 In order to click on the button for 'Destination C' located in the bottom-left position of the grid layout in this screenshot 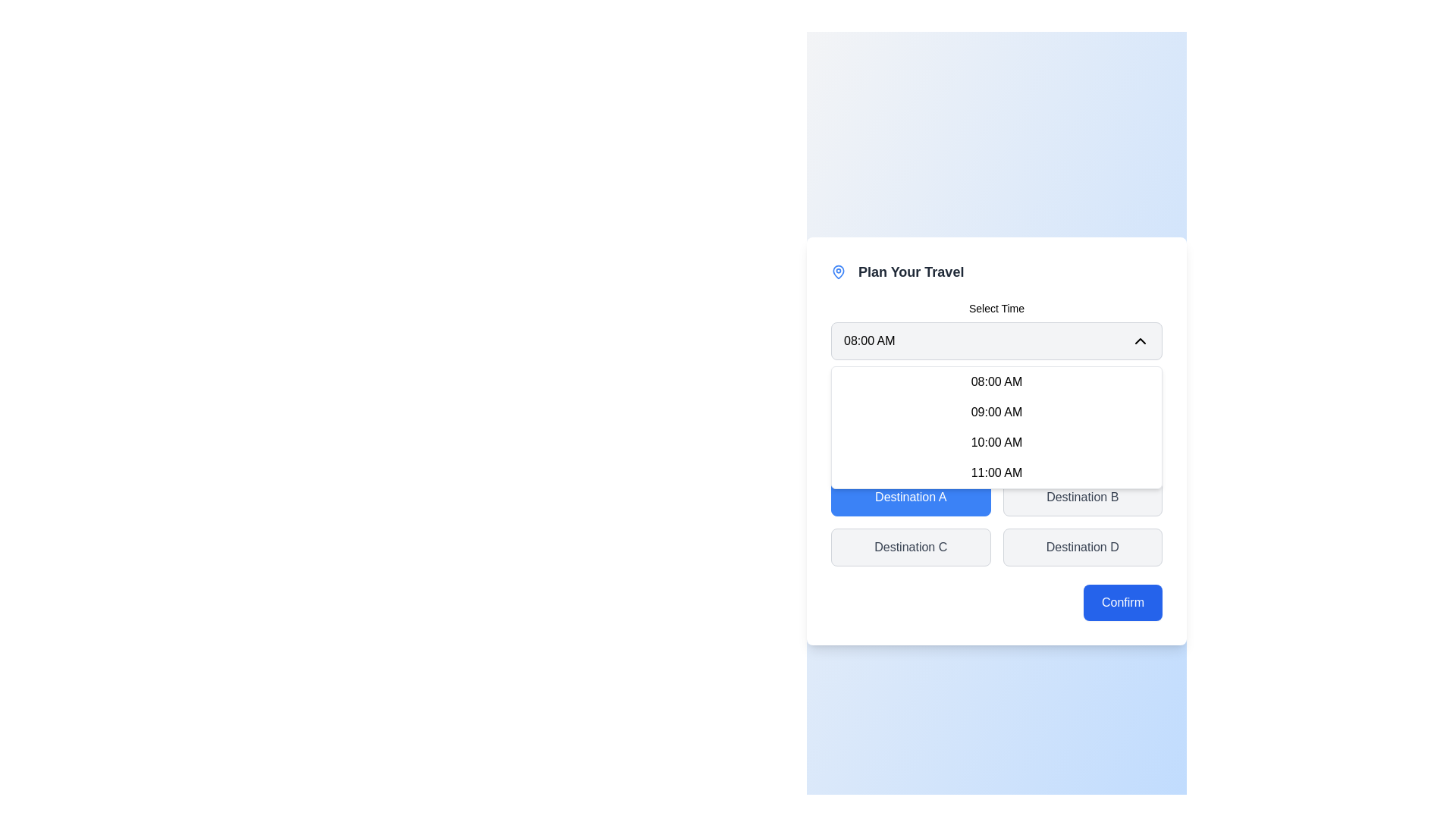, I will do `click(910, 547)`.